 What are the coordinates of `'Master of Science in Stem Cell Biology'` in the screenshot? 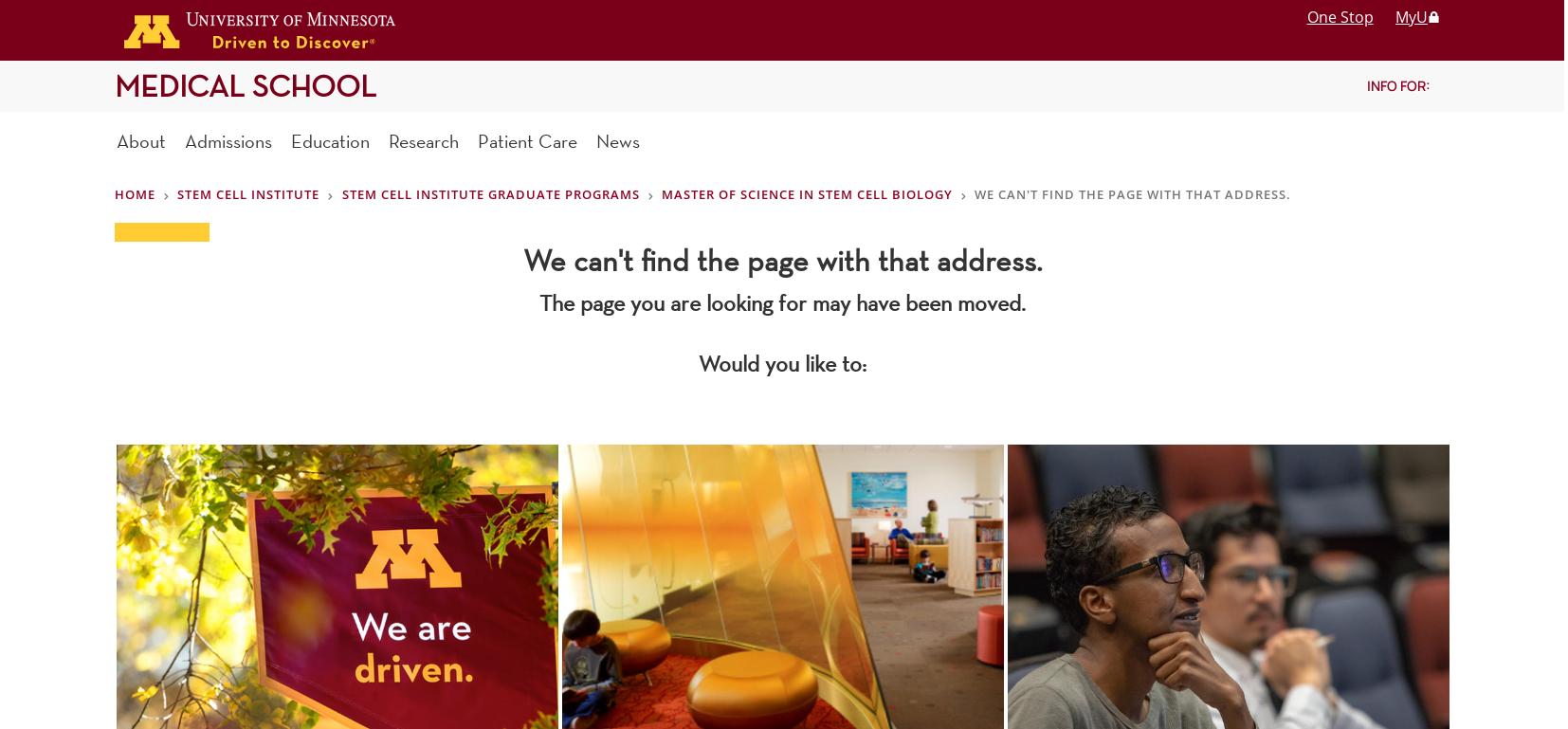 It's located at (805, 192).